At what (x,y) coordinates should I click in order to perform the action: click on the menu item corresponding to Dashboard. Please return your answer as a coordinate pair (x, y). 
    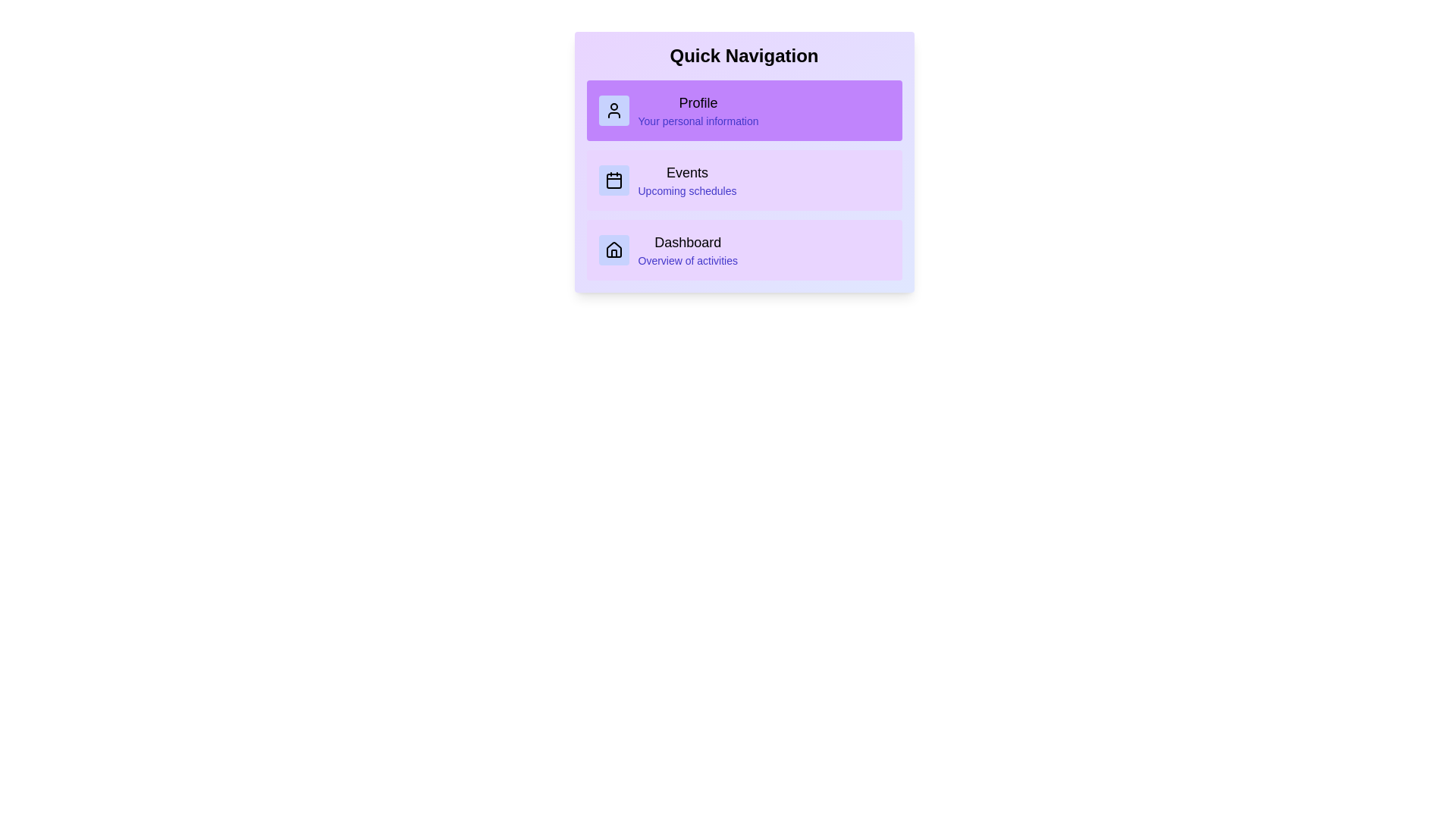
    Looking at the image, I should click on (744, 249).